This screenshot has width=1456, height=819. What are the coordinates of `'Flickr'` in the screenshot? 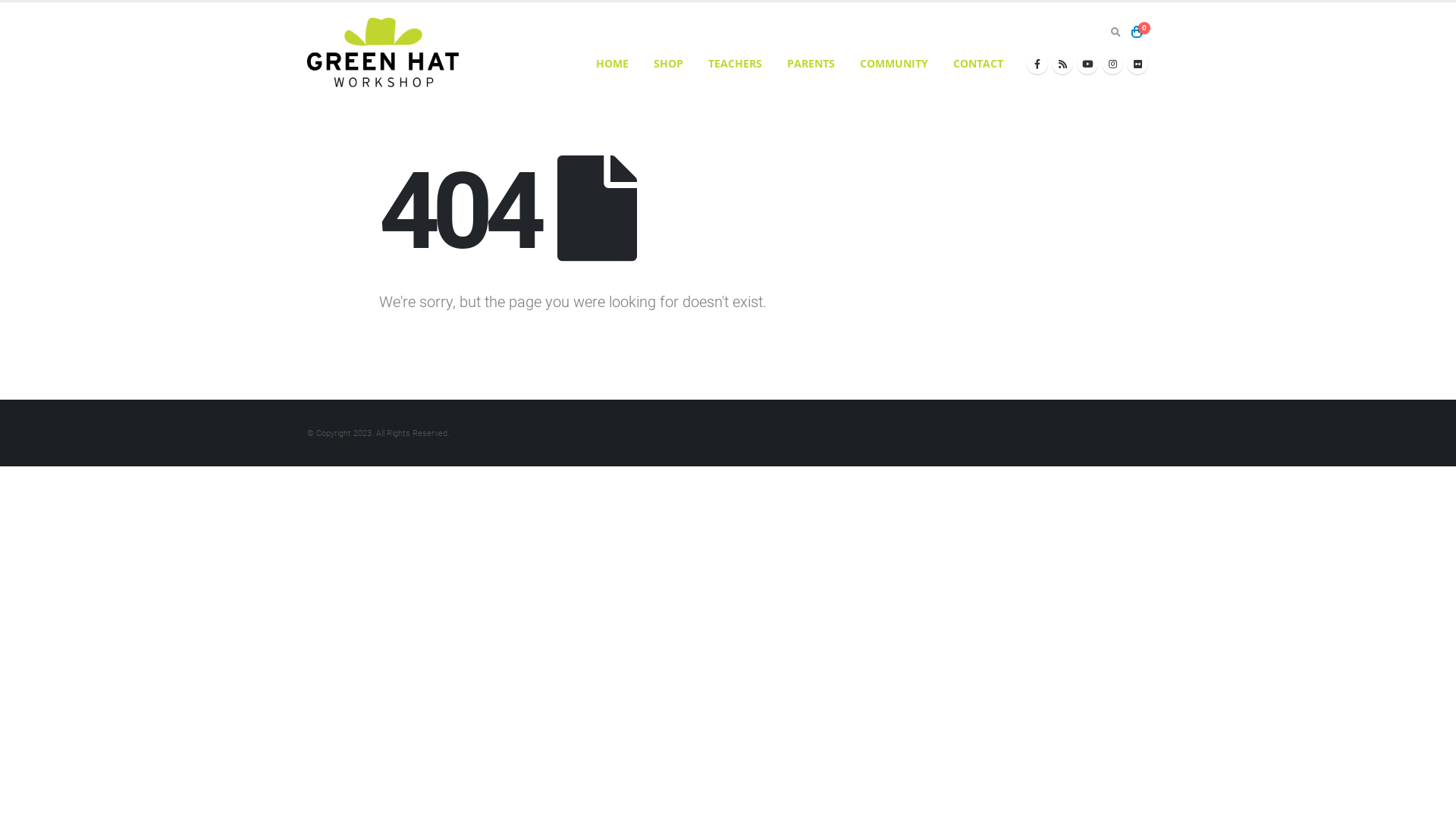 It's located at (1137, 63).